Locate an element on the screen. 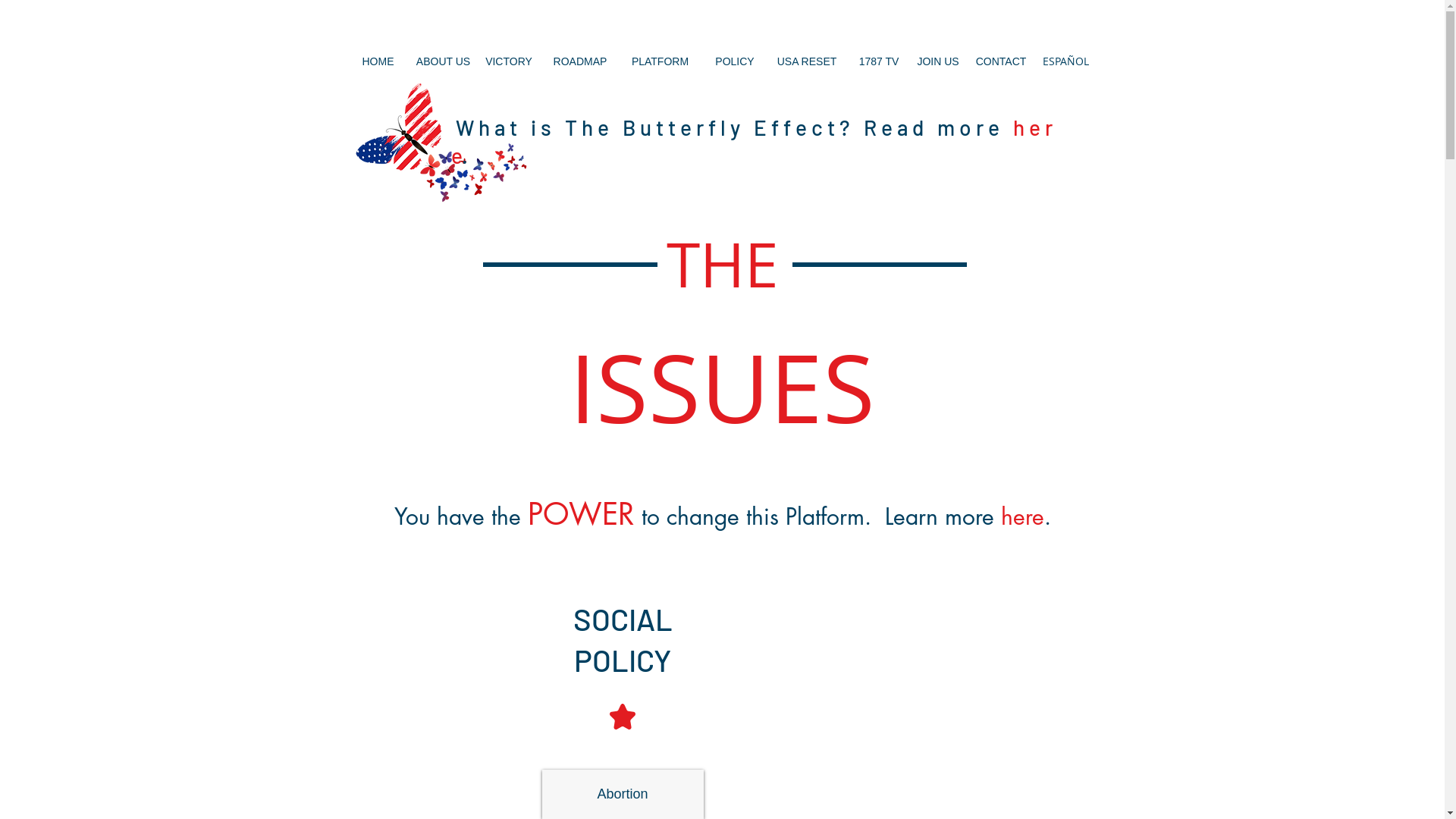  'JOIN US' is located at coordinates (937, 60).